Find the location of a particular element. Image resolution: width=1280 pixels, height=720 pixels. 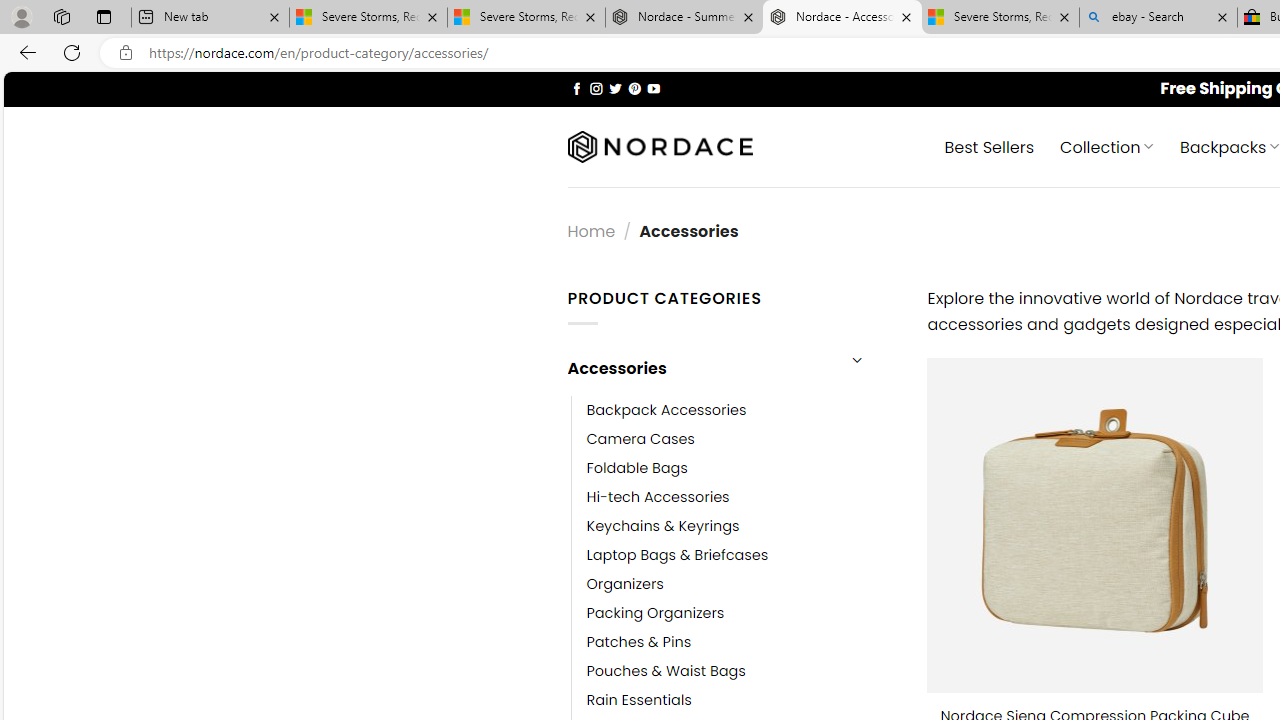

'Backpack Accessories' is located at coordinates (666, 409).